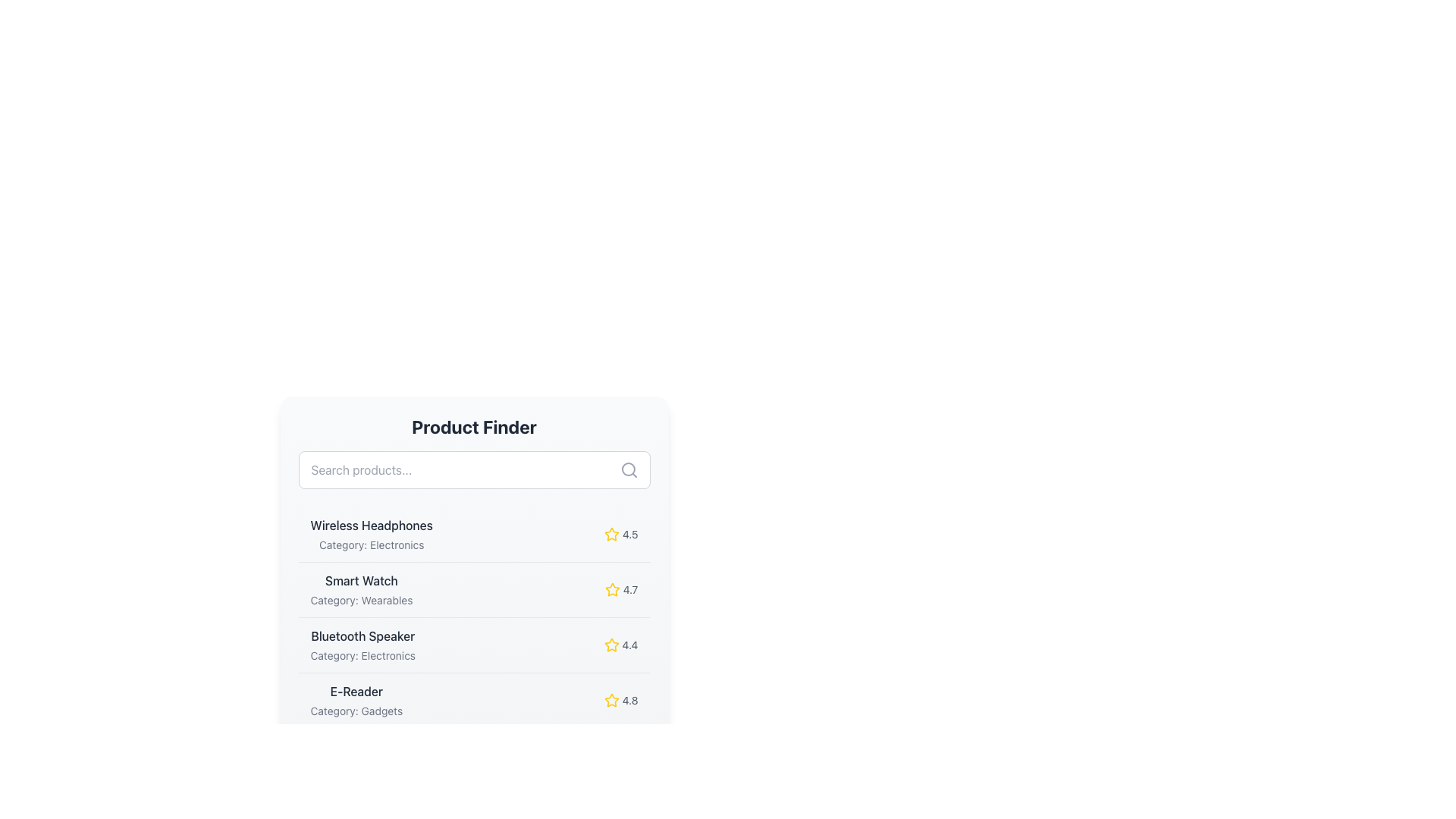 This screenshot has width=1456, height=819. What do you see at coordinates (630, 645) in the screenshot?
I see `the text element that communicates the product rating value, located to the right of the yellow star icon in the rating information section of the 'Bluetooth Speaker' item` at bounding box center [630, 645].